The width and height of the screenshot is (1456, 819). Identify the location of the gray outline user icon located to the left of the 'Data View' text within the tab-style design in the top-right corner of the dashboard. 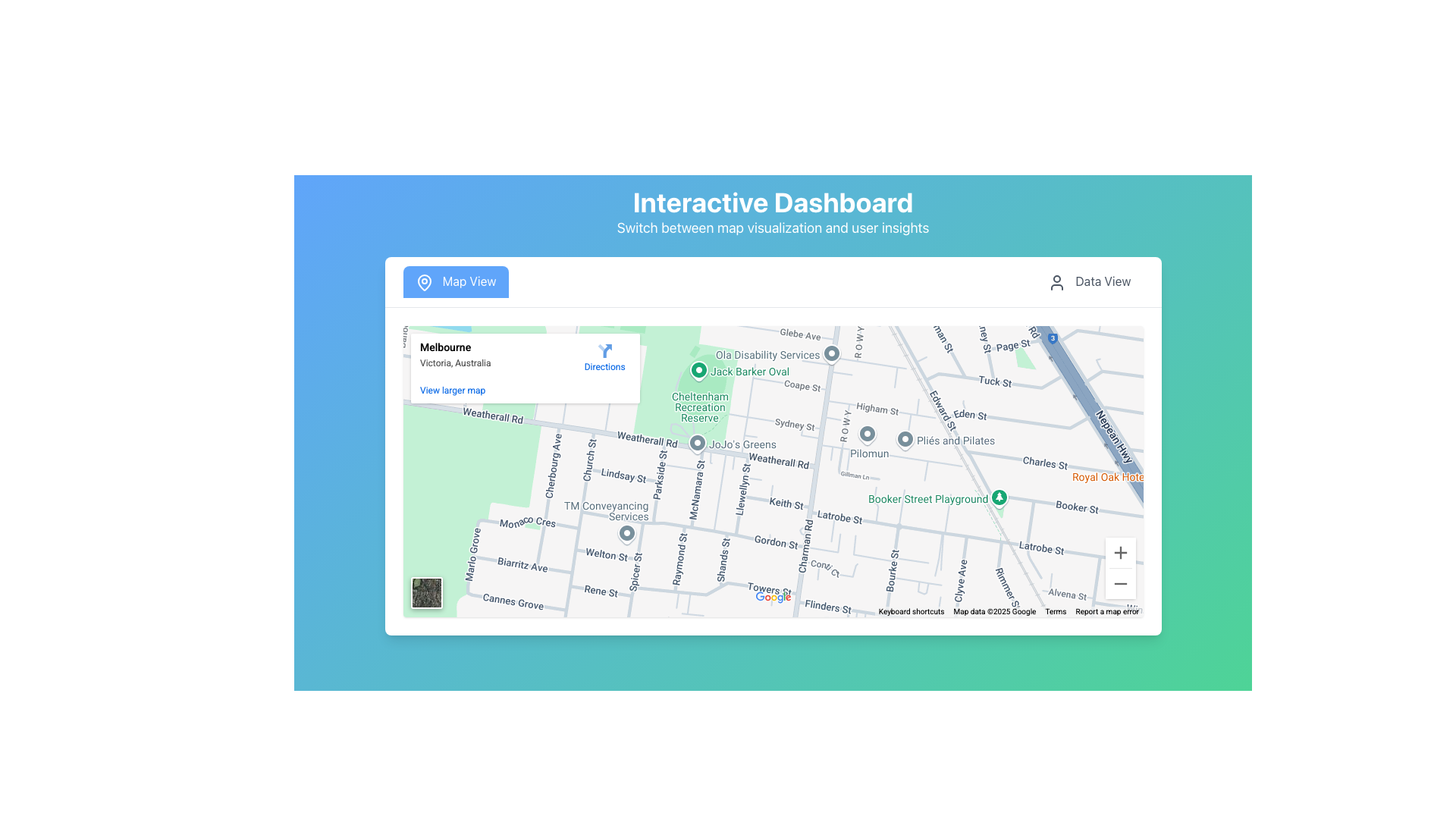
(1056, 282).